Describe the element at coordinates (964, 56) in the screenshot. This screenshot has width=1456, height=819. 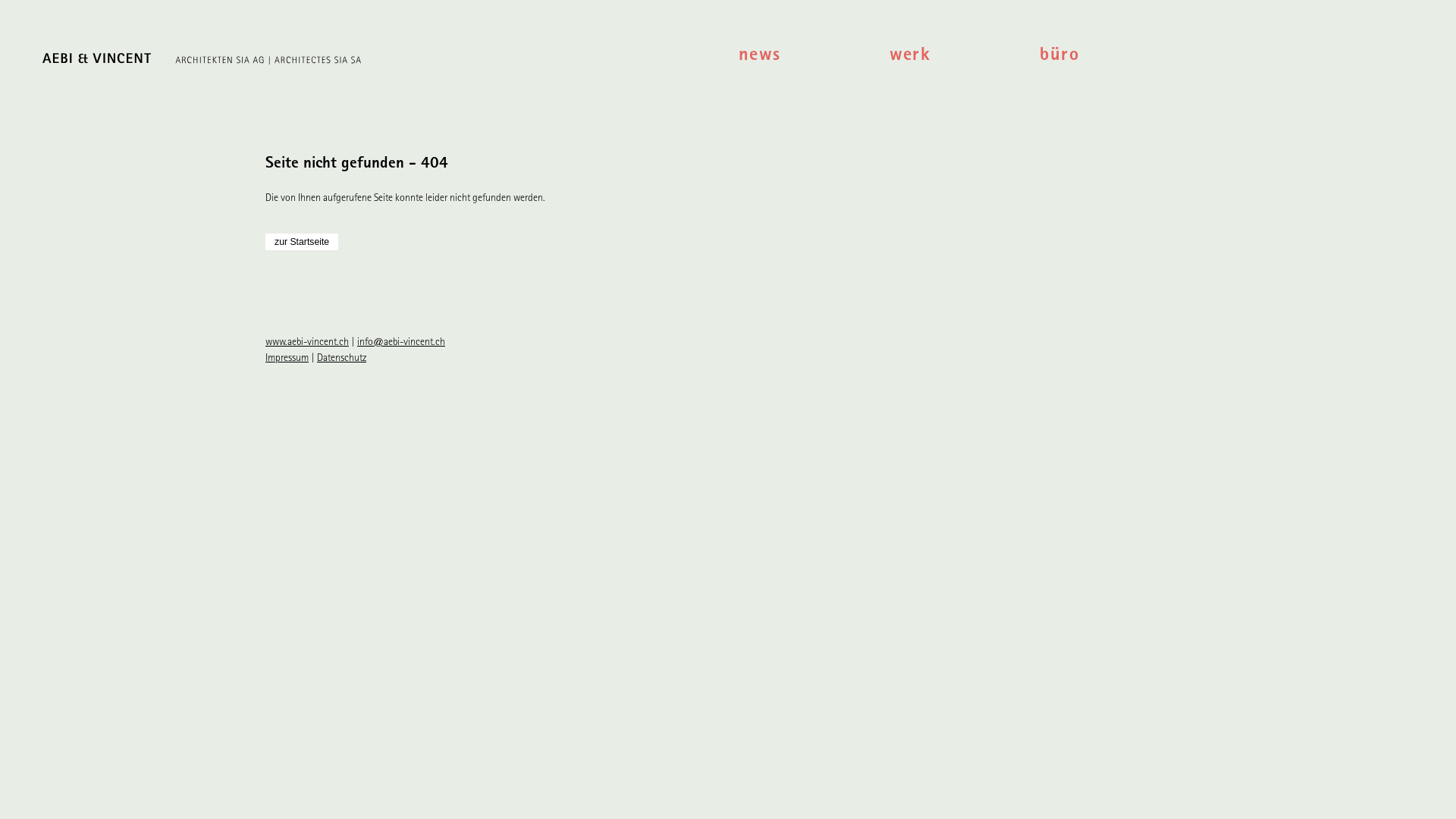
I see `'werk'` at that location.